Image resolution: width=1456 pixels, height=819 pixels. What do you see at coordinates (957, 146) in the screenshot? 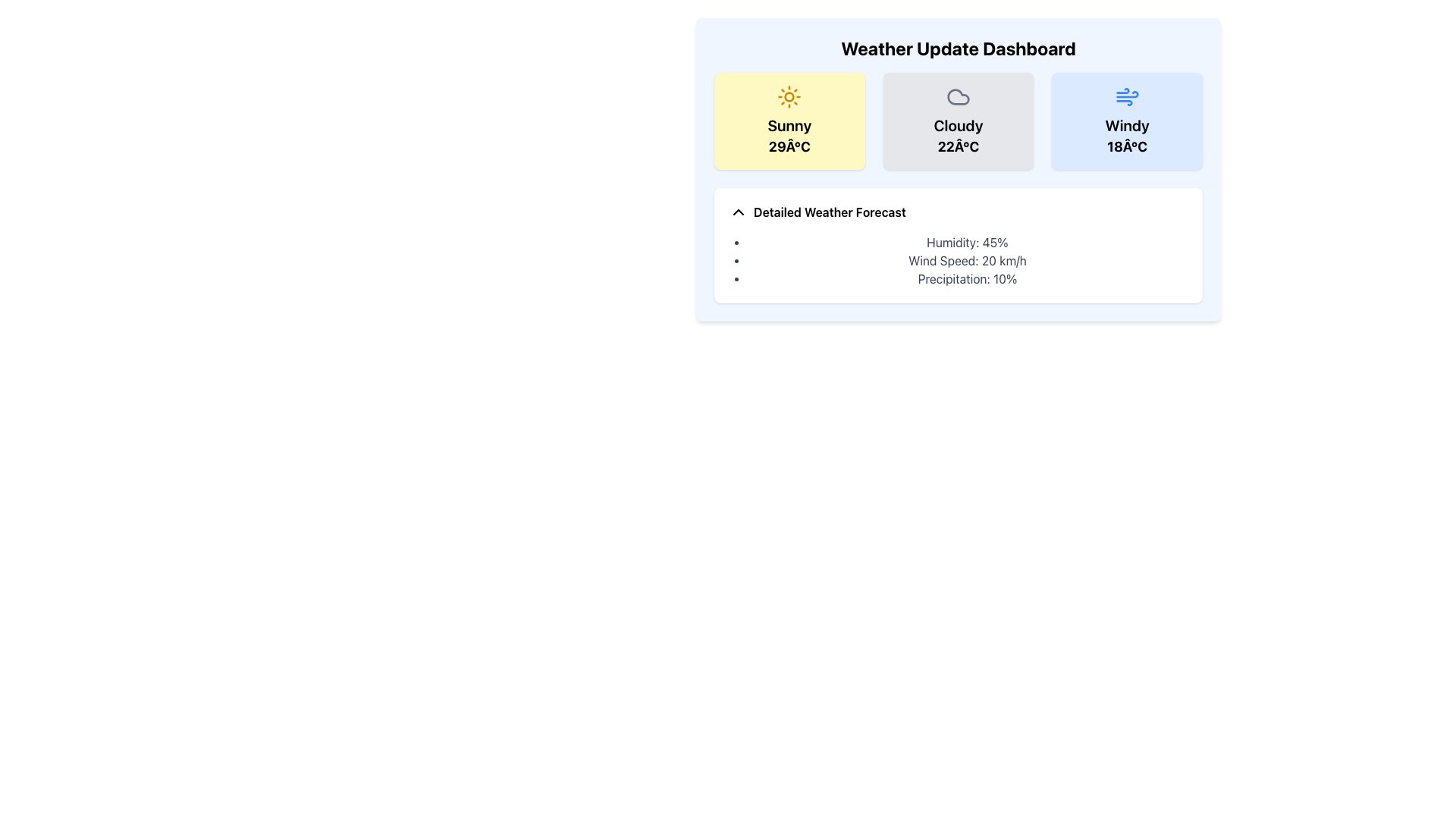
I see `the text label displaying '22Â°C' in bold font, located within the 'Cloudy' weather information card, positioned centrally below the 'Cloudy' label` at bounding box center [957, 146].